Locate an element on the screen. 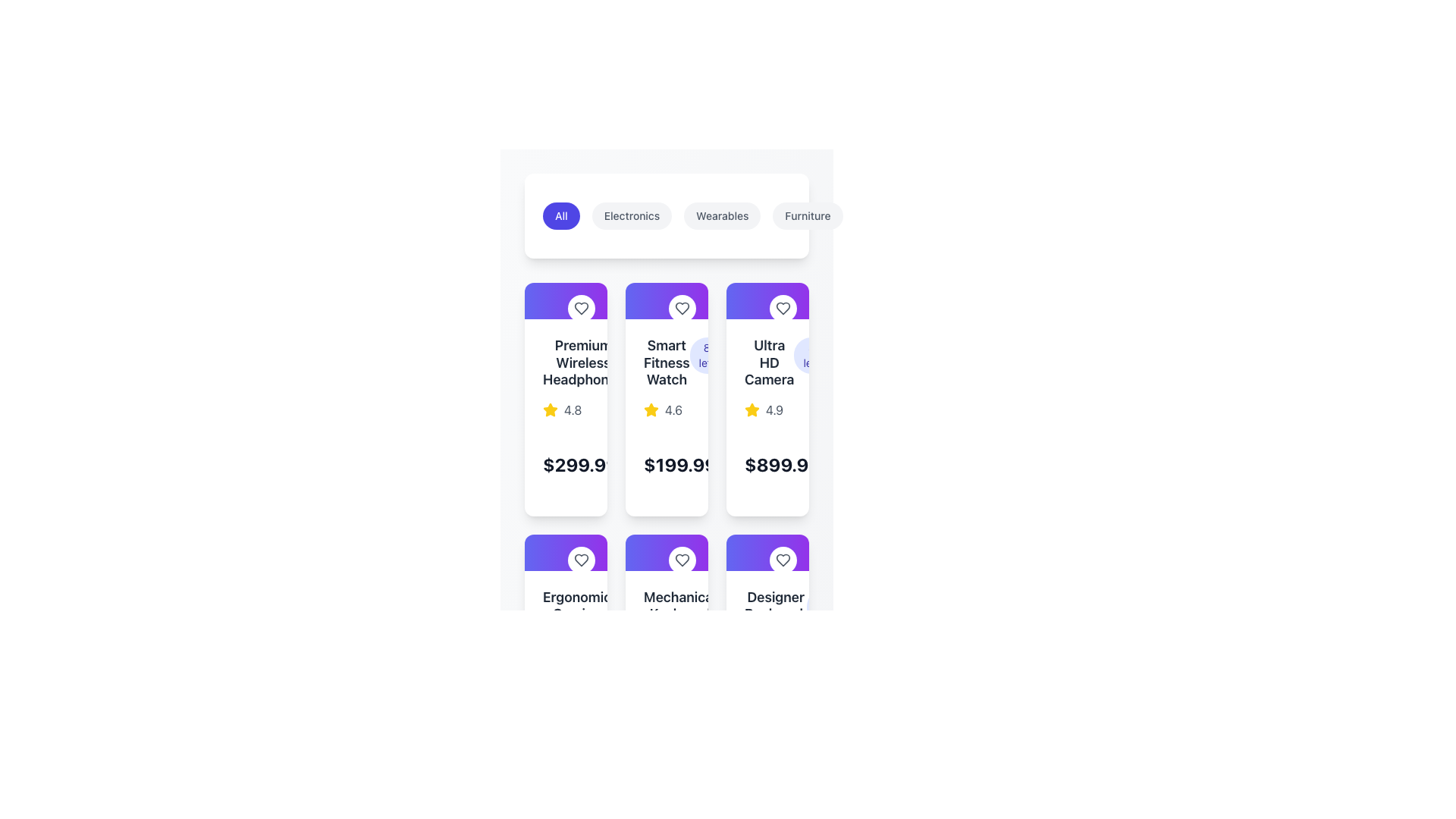 The height and width of the screenshot is (819, 1456). the price text label located at the bottom-center of the 'Ultra HD Camera' product card, directly below the rating section and above the 'Add to Cart' button is located at coordinates (767, 463).